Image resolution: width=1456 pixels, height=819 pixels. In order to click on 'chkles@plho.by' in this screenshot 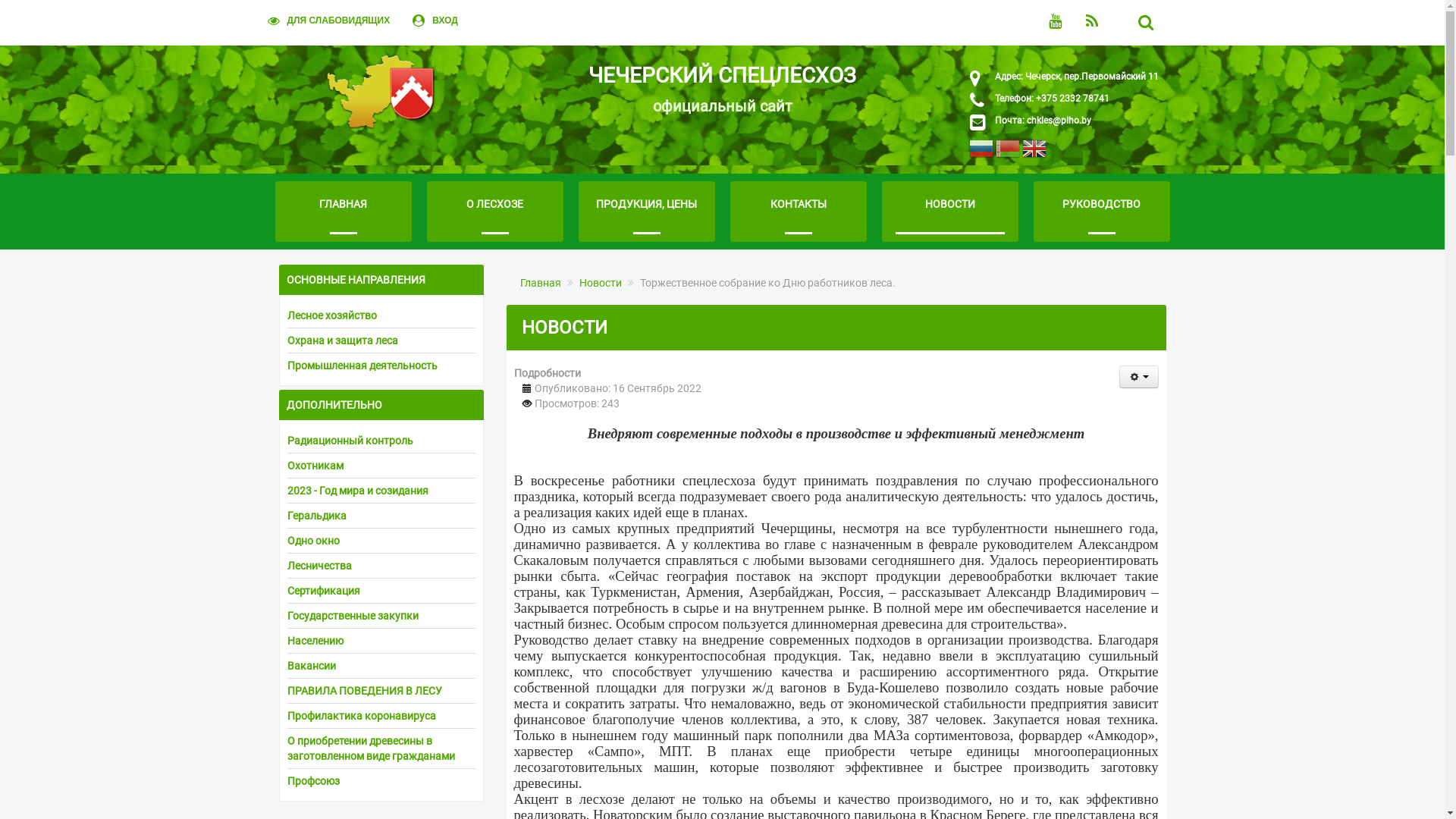, I will do `click(1058, 119)`.